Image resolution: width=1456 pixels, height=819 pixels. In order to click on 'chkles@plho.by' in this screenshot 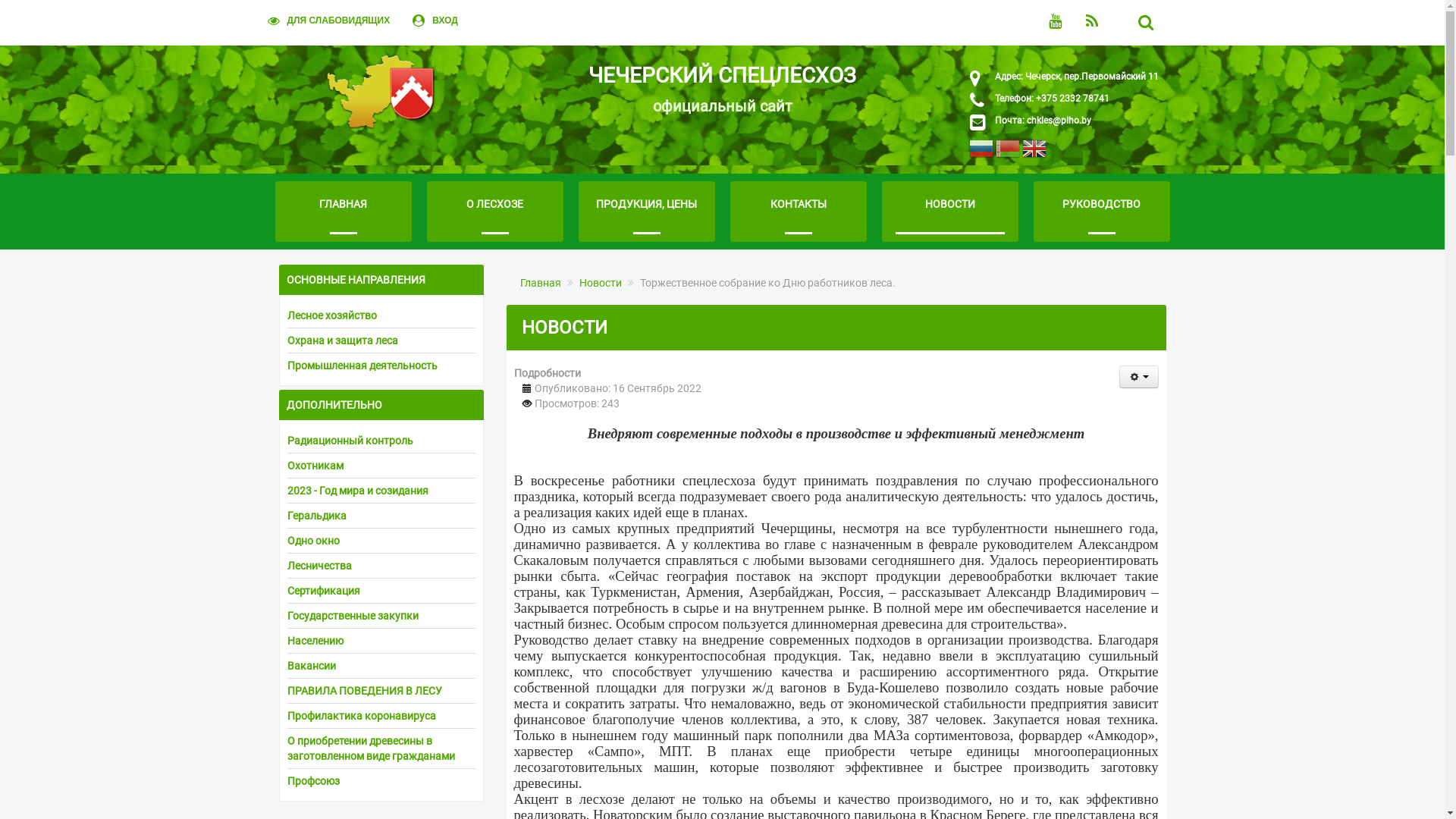, I will do `click(1058, 119)`.